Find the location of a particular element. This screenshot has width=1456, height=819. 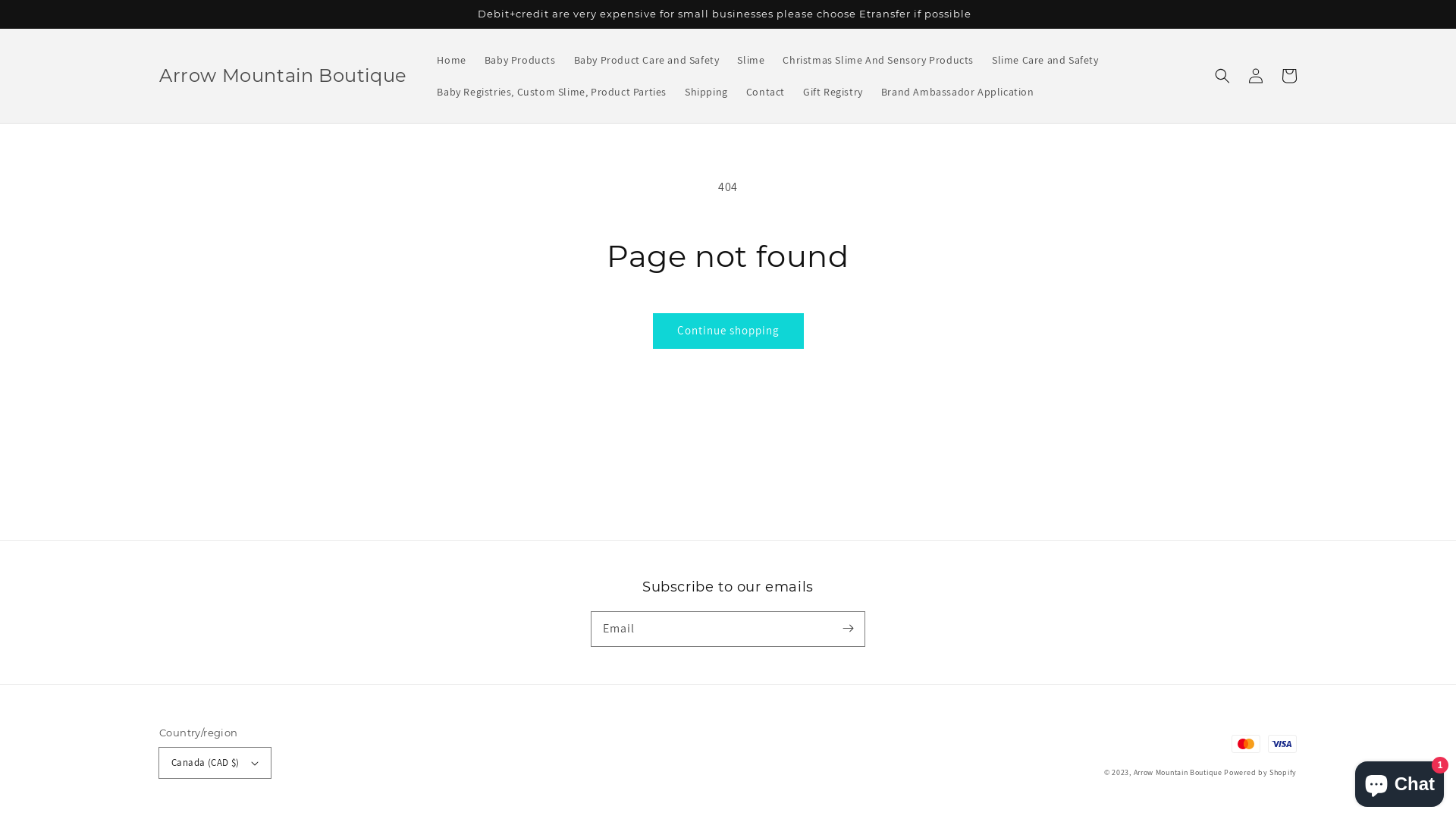

'Powered by Shopify' is located at coordinates (1260, 772).